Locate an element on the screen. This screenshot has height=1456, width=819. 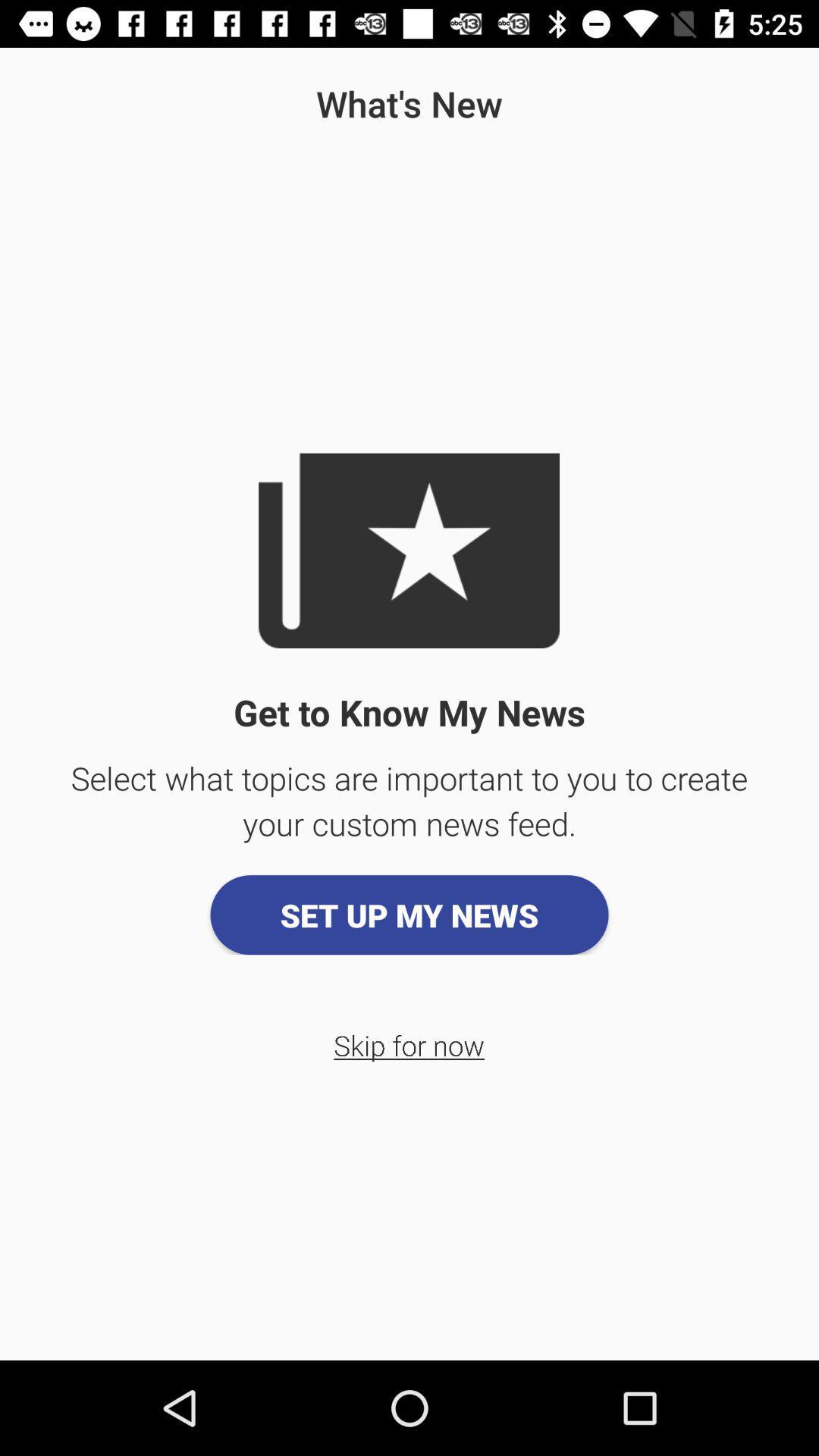
the icon below set up my icon is located at coordinates (408, 1044).